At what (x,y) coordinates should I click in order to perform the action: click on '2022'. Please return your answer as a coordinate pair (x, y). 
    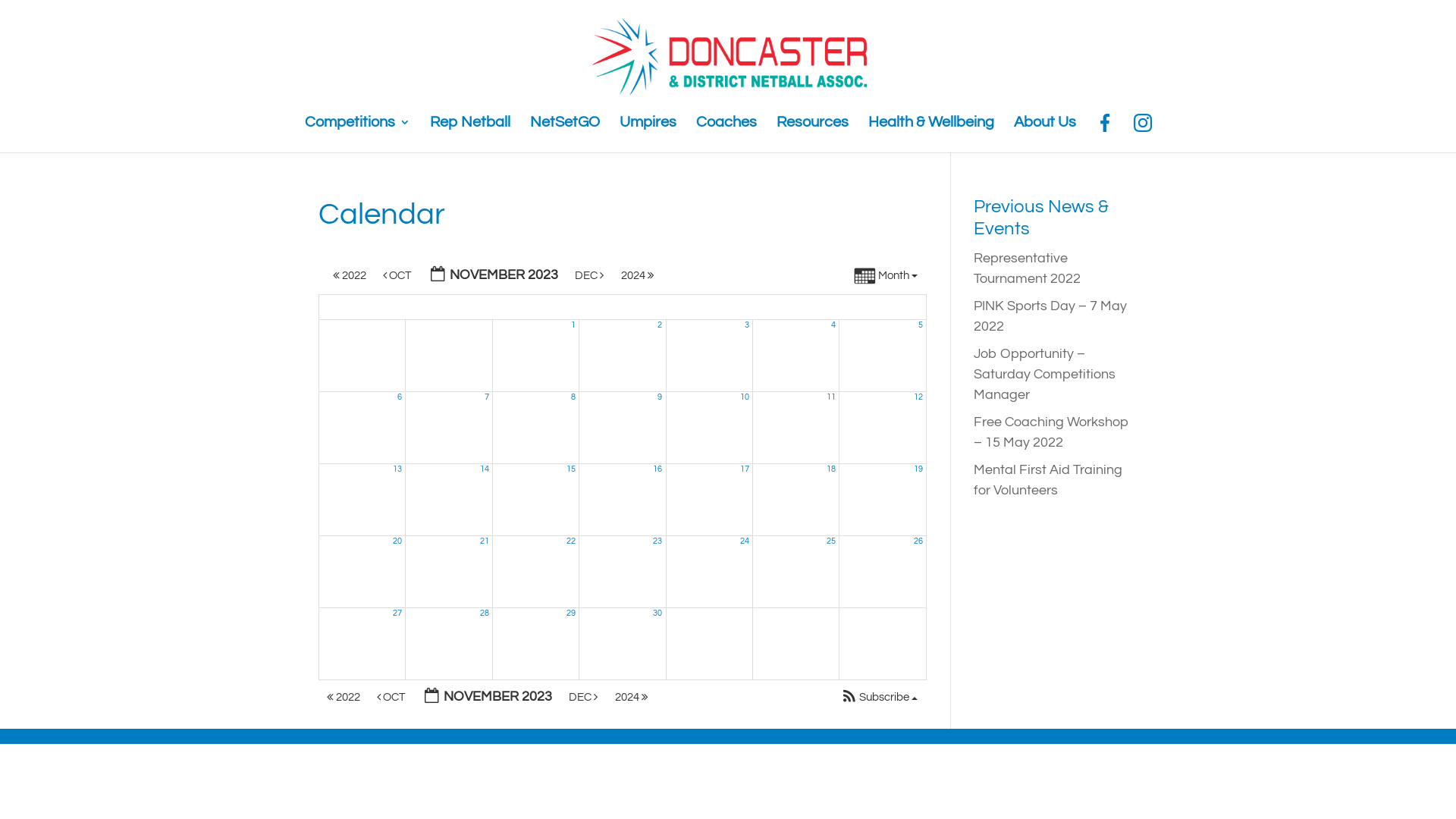
    Looking at the image, I should click on (343, 698).